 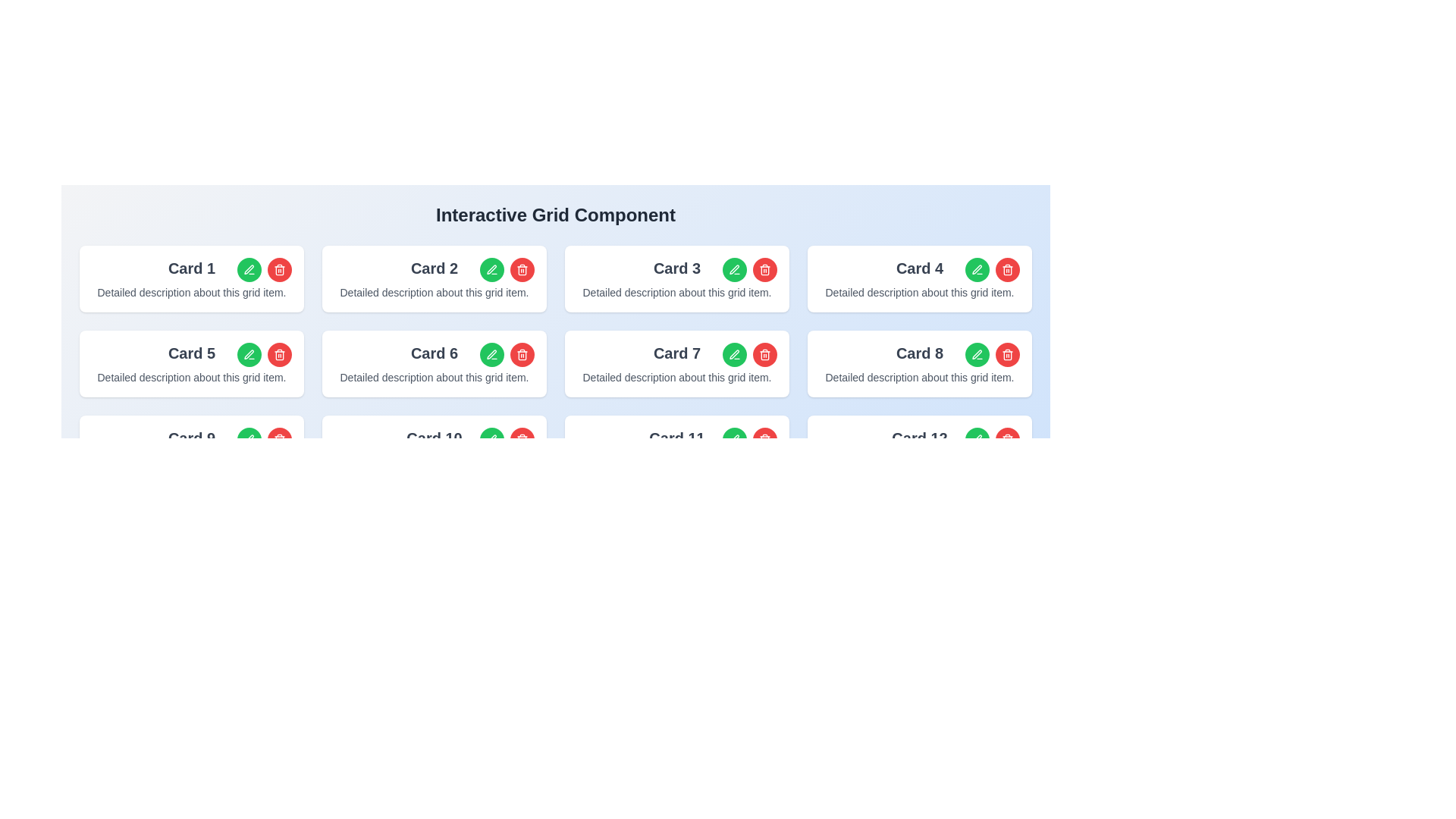 I want to click on static text label titled 'Card 11' located in the upper-left section of the eleventh card in the grid layout, so click(x=676, y=438).